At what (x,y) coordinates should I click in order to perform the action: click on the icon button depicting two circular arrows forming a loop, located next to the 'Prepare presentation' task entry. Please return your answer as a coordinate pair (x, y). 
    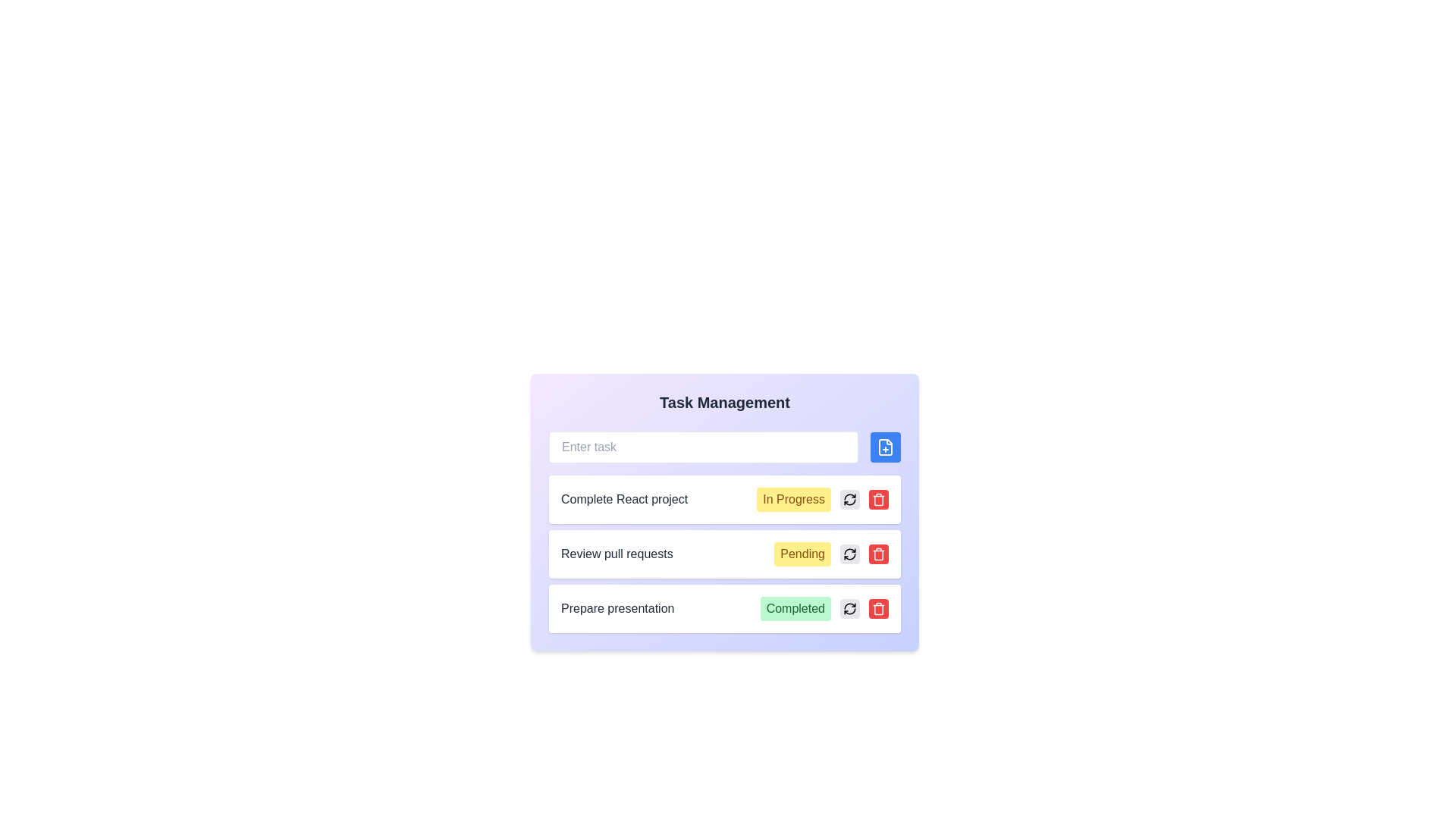
    Looking at the image, I should click on (850, 607).